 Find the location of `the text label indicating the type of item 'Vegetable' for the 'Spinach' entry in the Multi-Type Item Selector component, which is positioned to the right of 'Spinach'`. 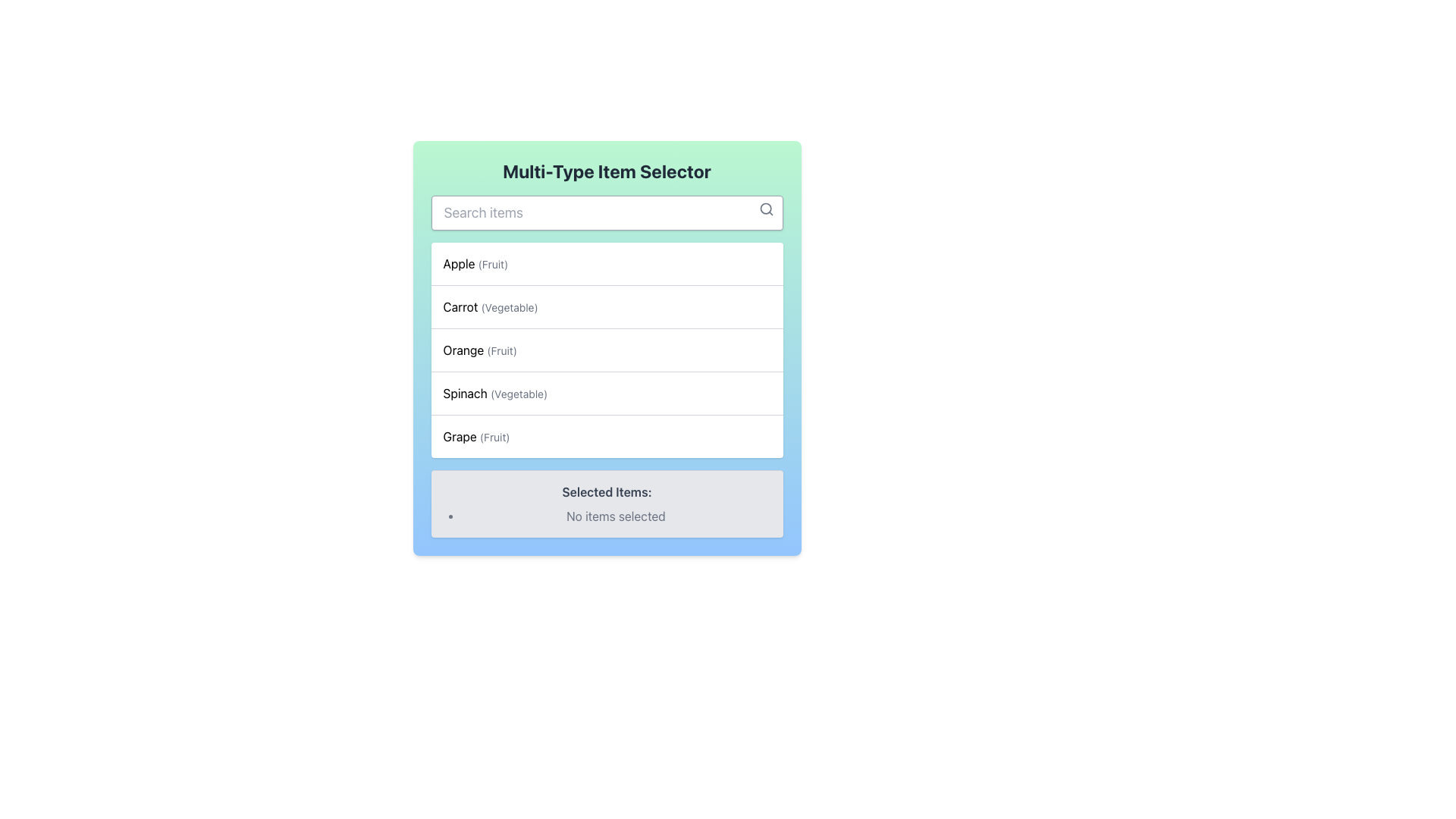

the text label indicating the type of item 'Vegetable' for the 'Spinach' entry in the Multi-Type Item Selector component, which is positioned to the right of 'Spinach' is located at coordinates (519, 393).